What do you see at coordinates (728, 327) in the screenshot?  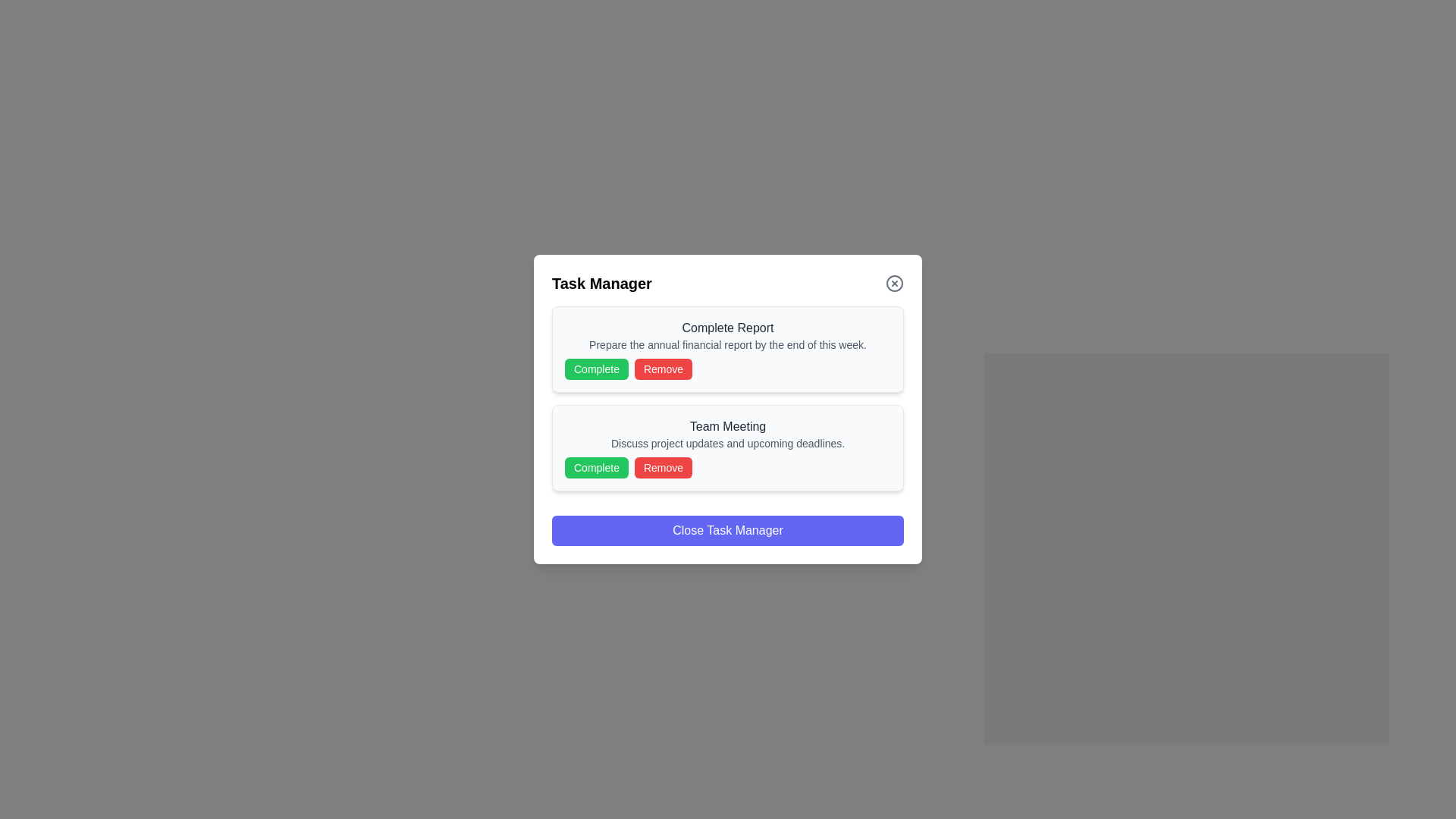 I see `the Text Label that serves as the title for the task 'Complete Report', which is located within the first card in the Task Manager interface` at bounding box center [728, 327].